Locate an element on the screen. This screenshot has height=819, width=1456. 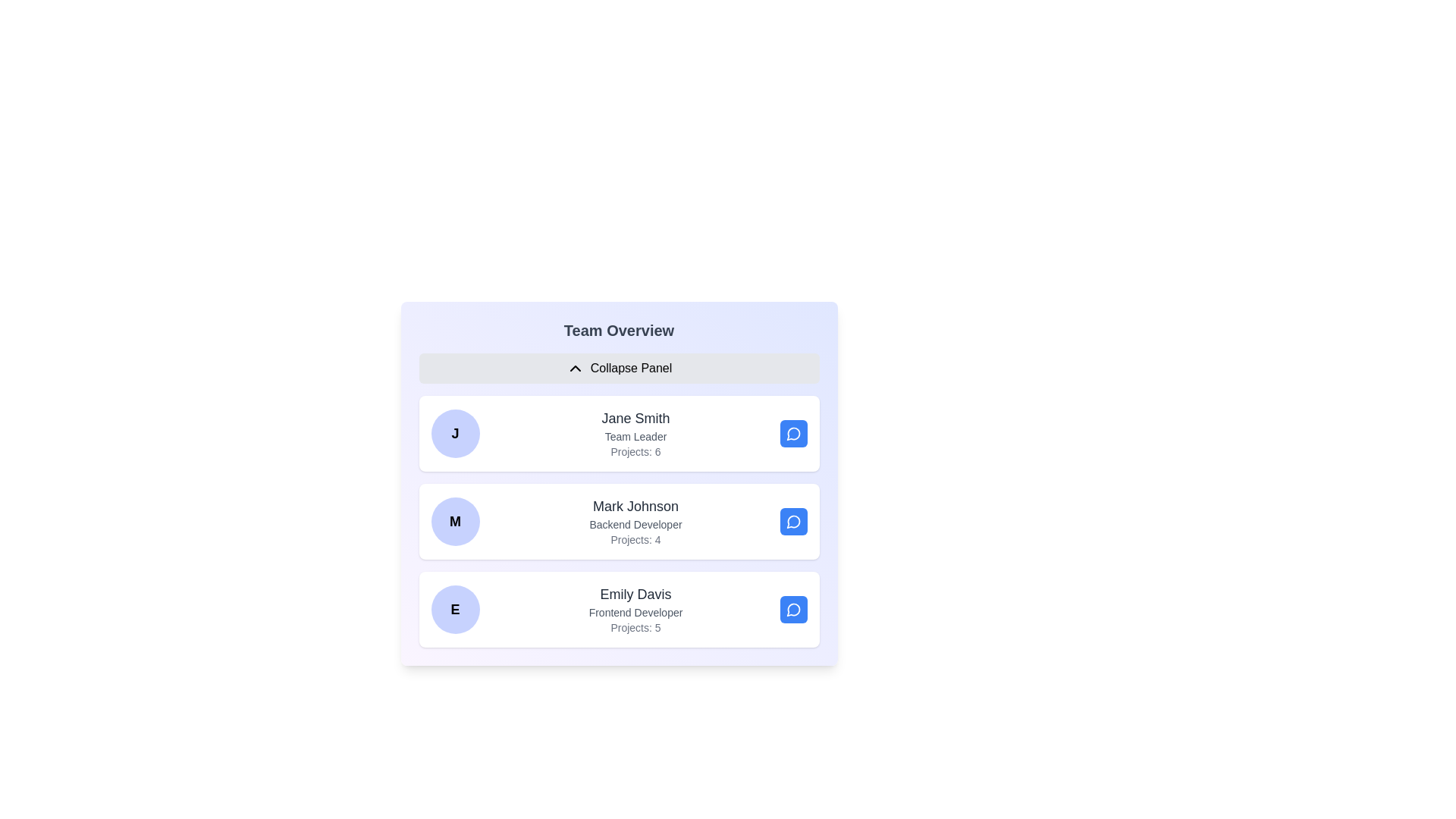
the messaging button located in the rightmost section of the first entry for 'Jane Smith' is located at coordinates (792, 433).